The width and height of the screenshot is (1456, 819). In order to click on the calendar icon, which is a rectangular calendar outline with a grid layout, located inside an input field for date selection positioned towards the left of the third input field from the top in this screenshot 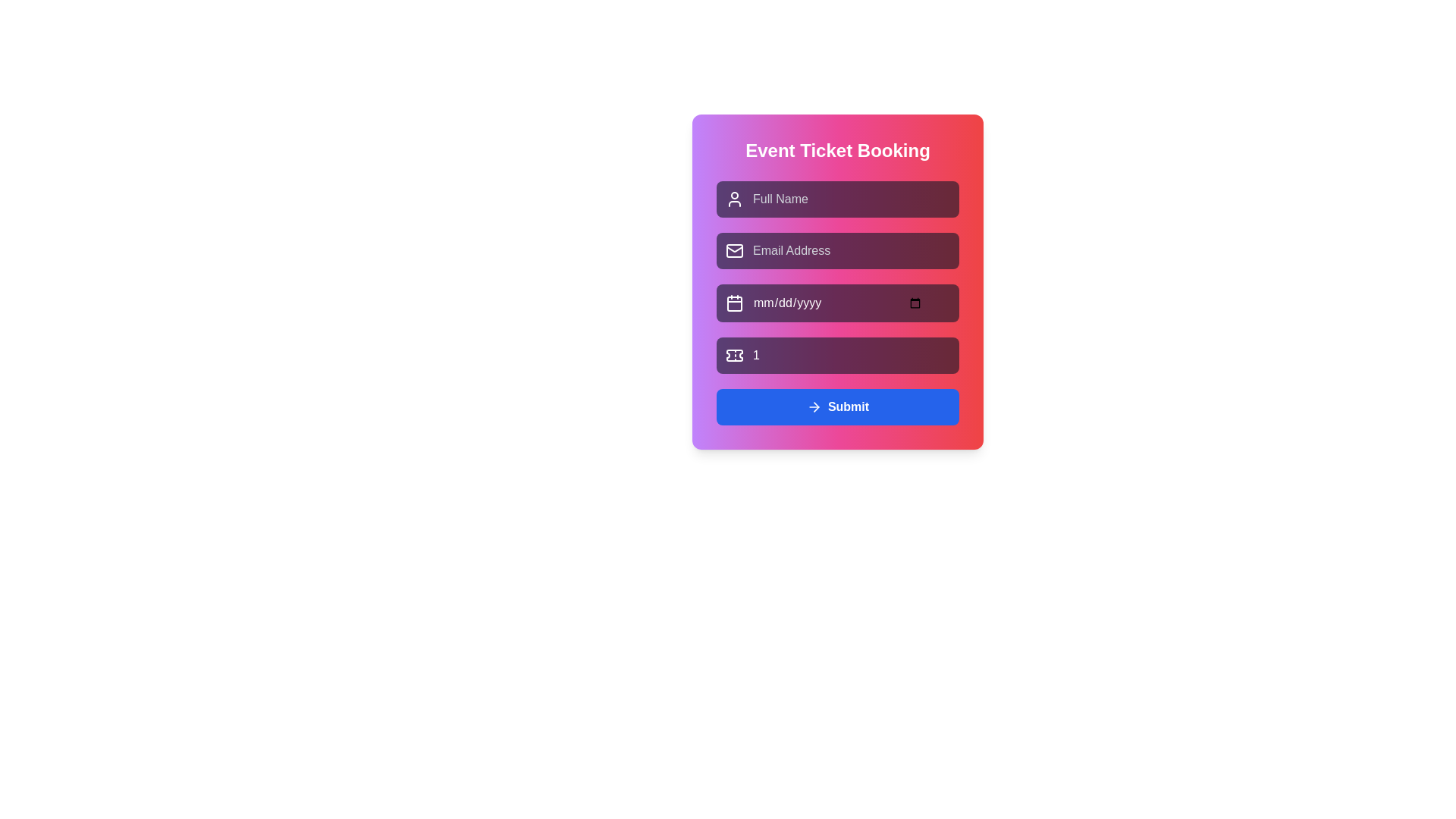, I will do `click(735, 303)`.